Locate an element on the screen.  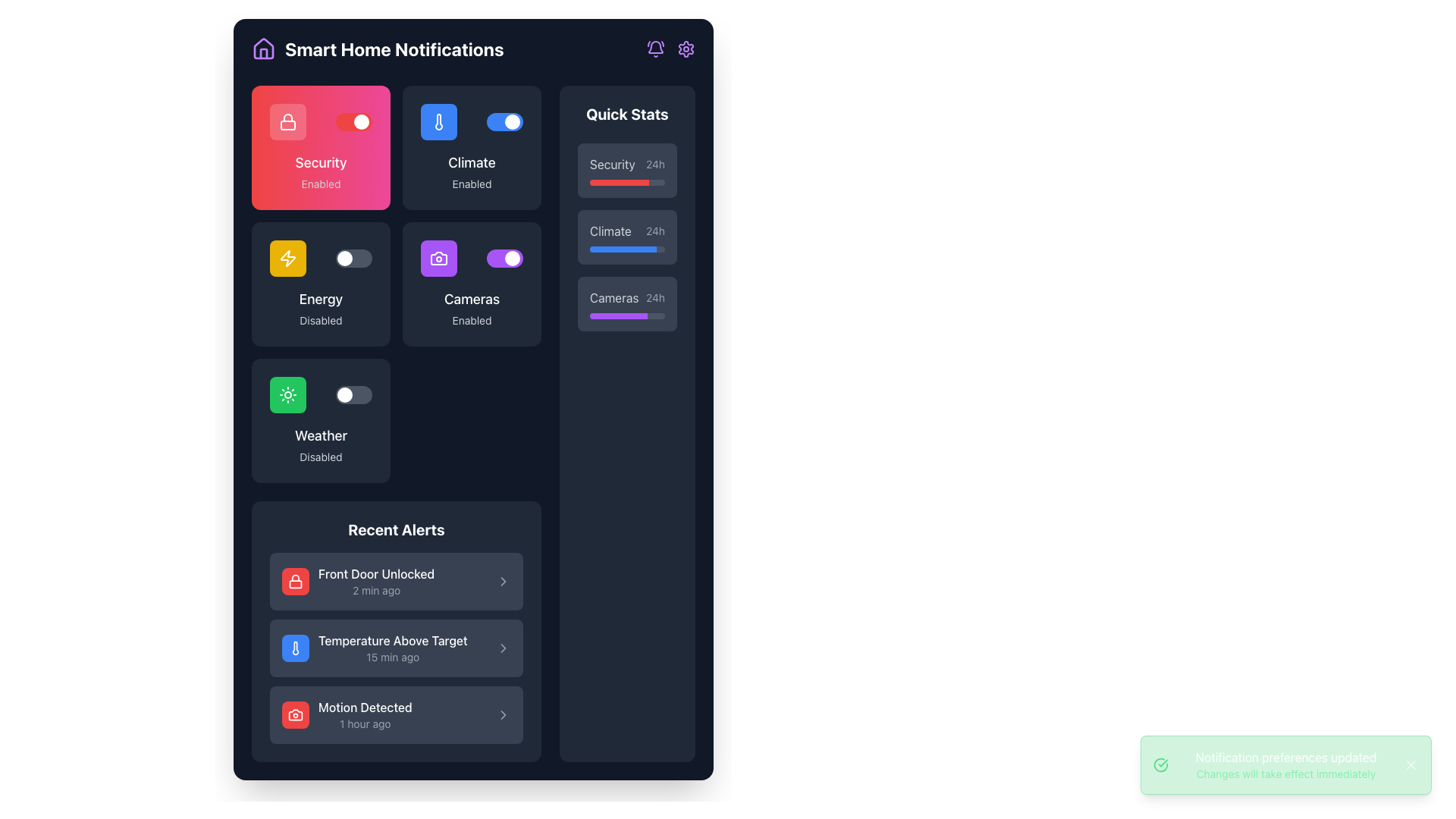
the static text indicating '24h' in the 'Security' section located in the upper-right corner of the main panel within the 'Quick Stats' column is located at coordinates (655, 164).